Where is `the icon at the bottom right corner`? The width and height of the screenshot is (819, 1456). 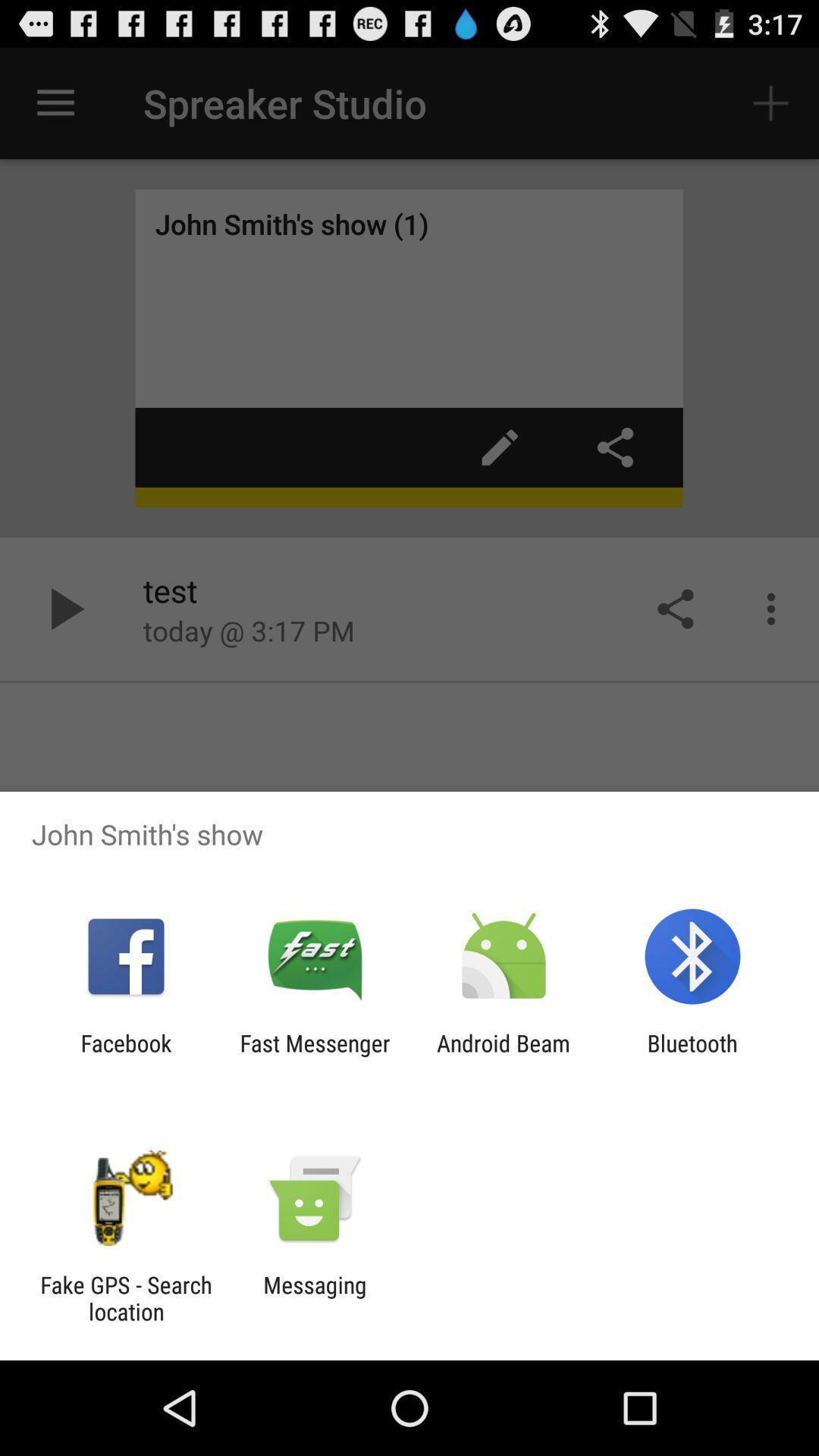 the icon at the bottom right corner is located at coordinates (692, 1056).